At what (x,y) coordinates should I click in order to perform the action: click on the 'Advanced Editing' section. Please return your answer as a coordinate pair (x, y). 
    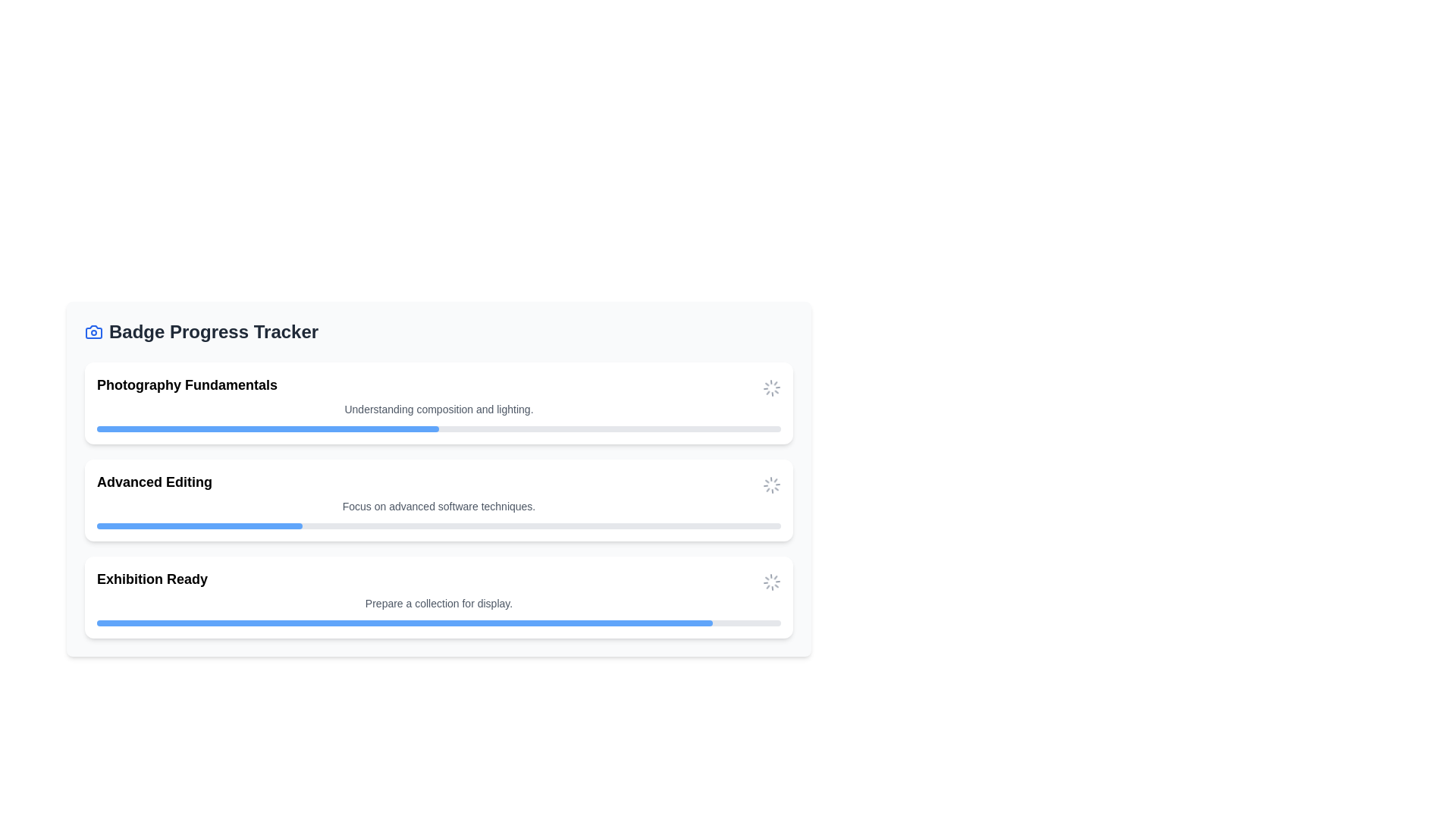
    Looking at the image, I should click on (438, 485).